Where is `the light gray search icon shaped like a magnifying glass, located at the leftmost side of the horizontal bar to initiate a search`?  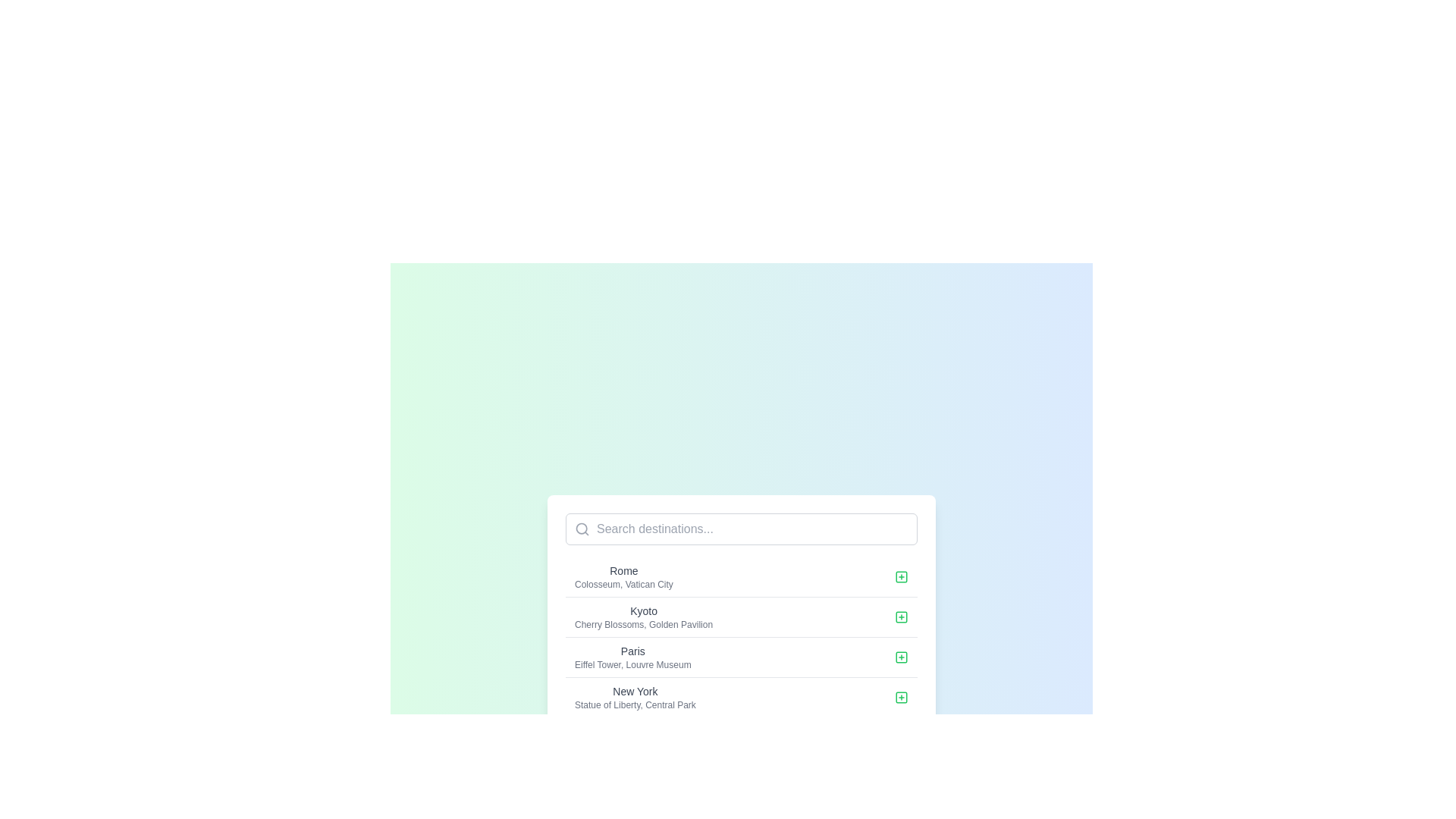
the light gray search icon shaped like a magnifying glass, located at the leftmost side of the horizontal bar to initiate a search is located at coordinates (582, 529).